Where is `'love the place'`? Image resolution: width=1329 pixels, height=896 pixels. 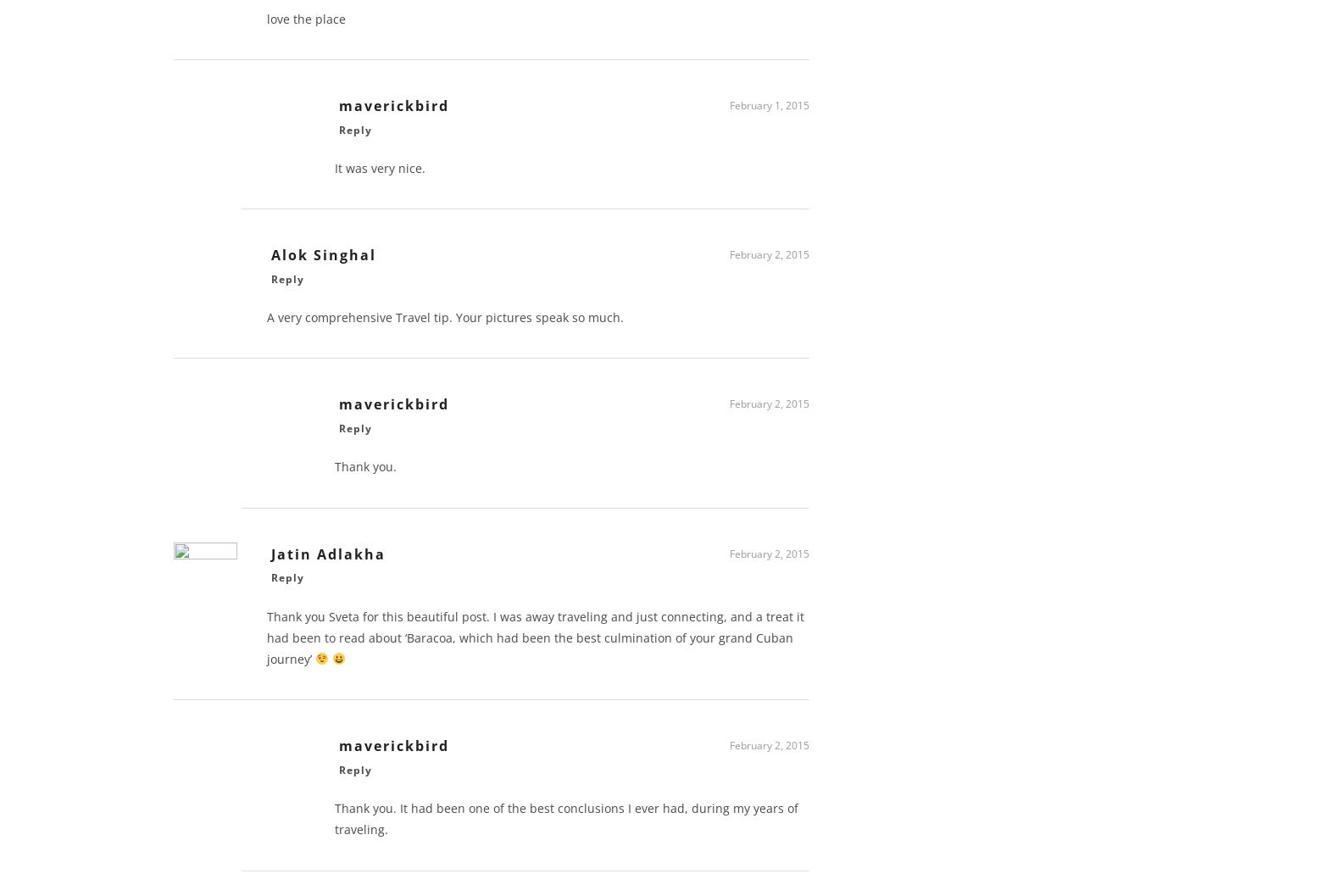 'love the place' is located at coordinates (306, 25).